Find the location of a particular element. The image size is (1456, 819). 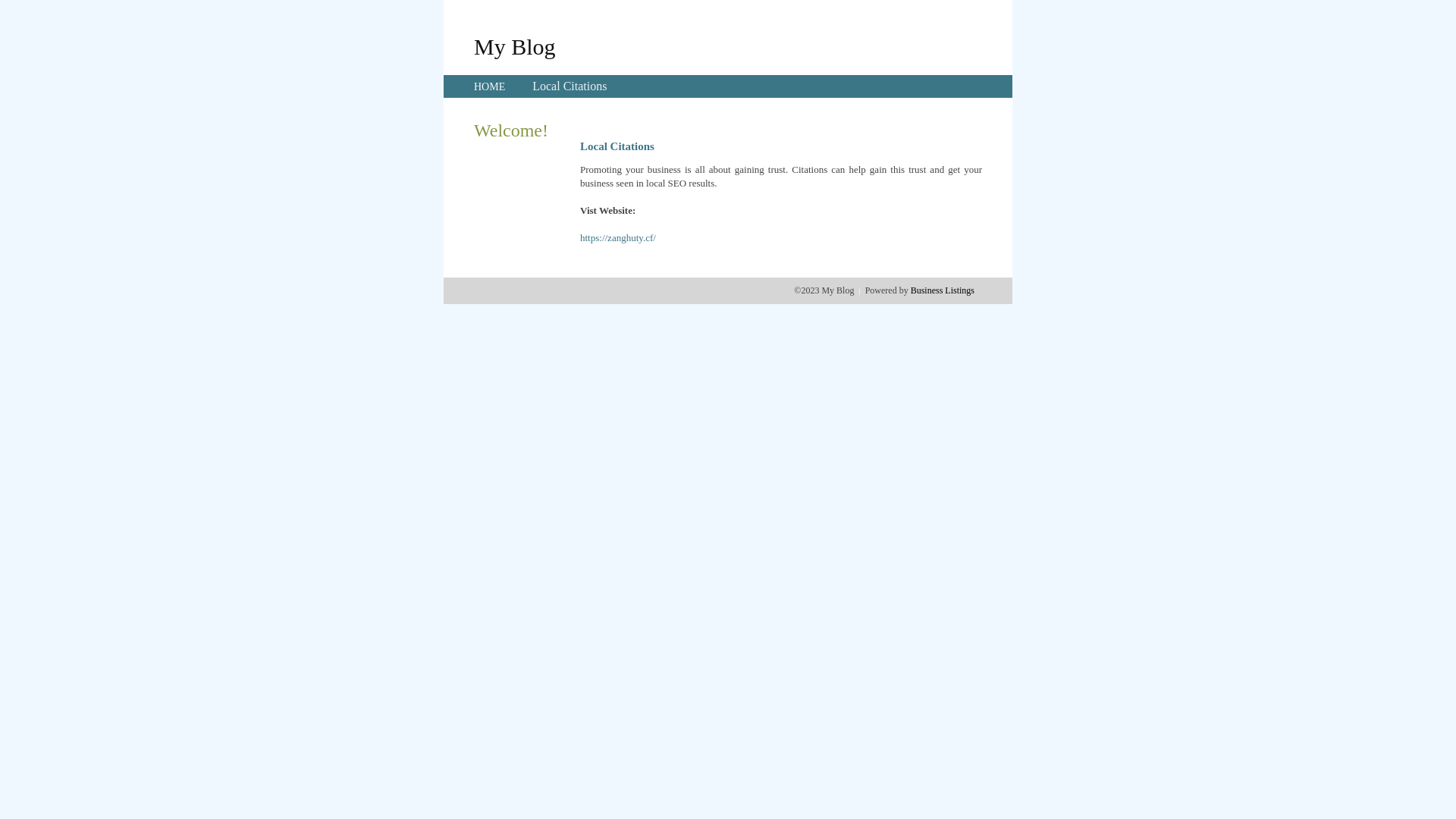

'My Blog' is located at coordinates (514, 45).